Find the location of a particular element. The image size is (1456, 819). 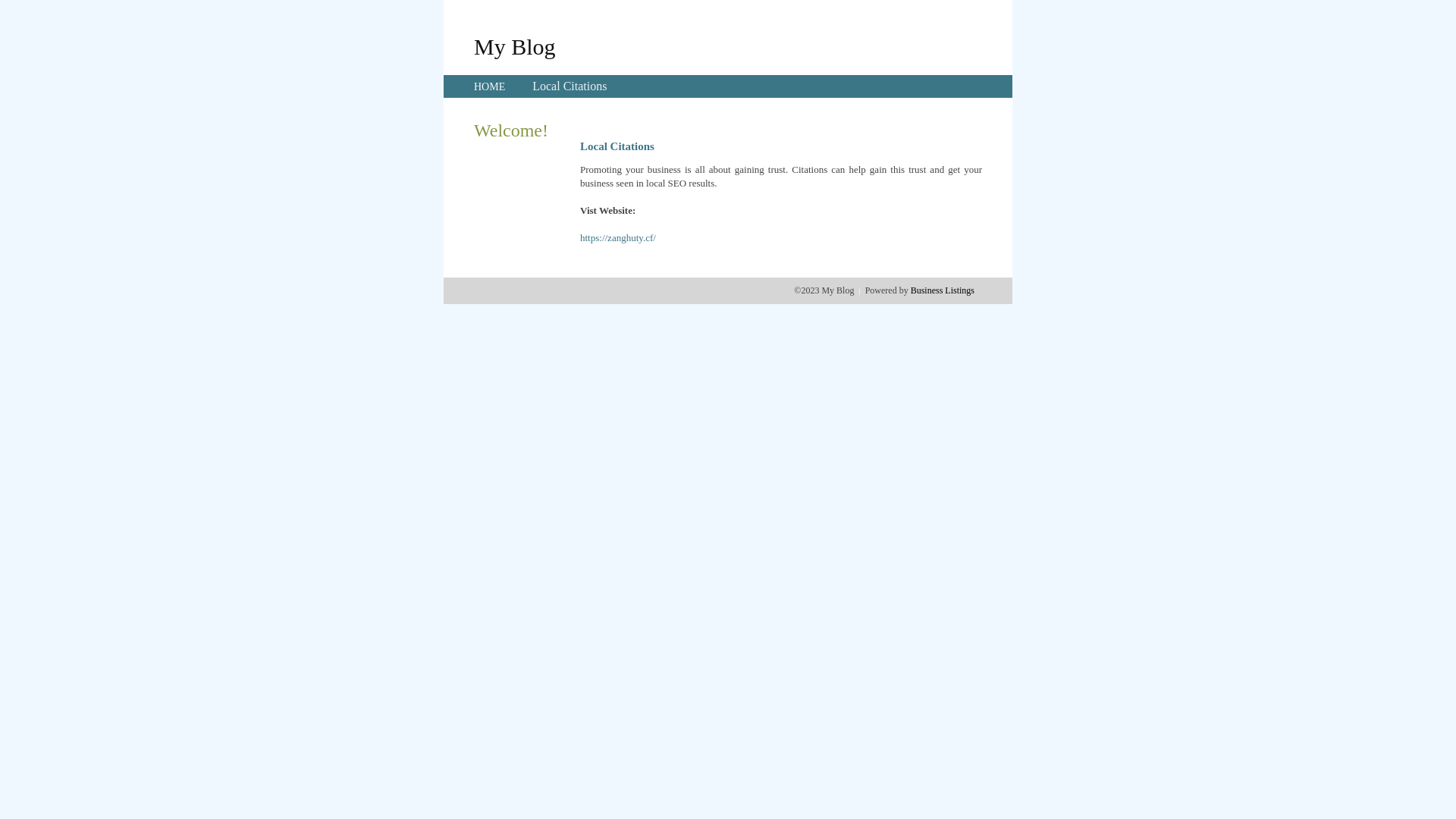

'My Blog' is located at coordinates (514, 45).